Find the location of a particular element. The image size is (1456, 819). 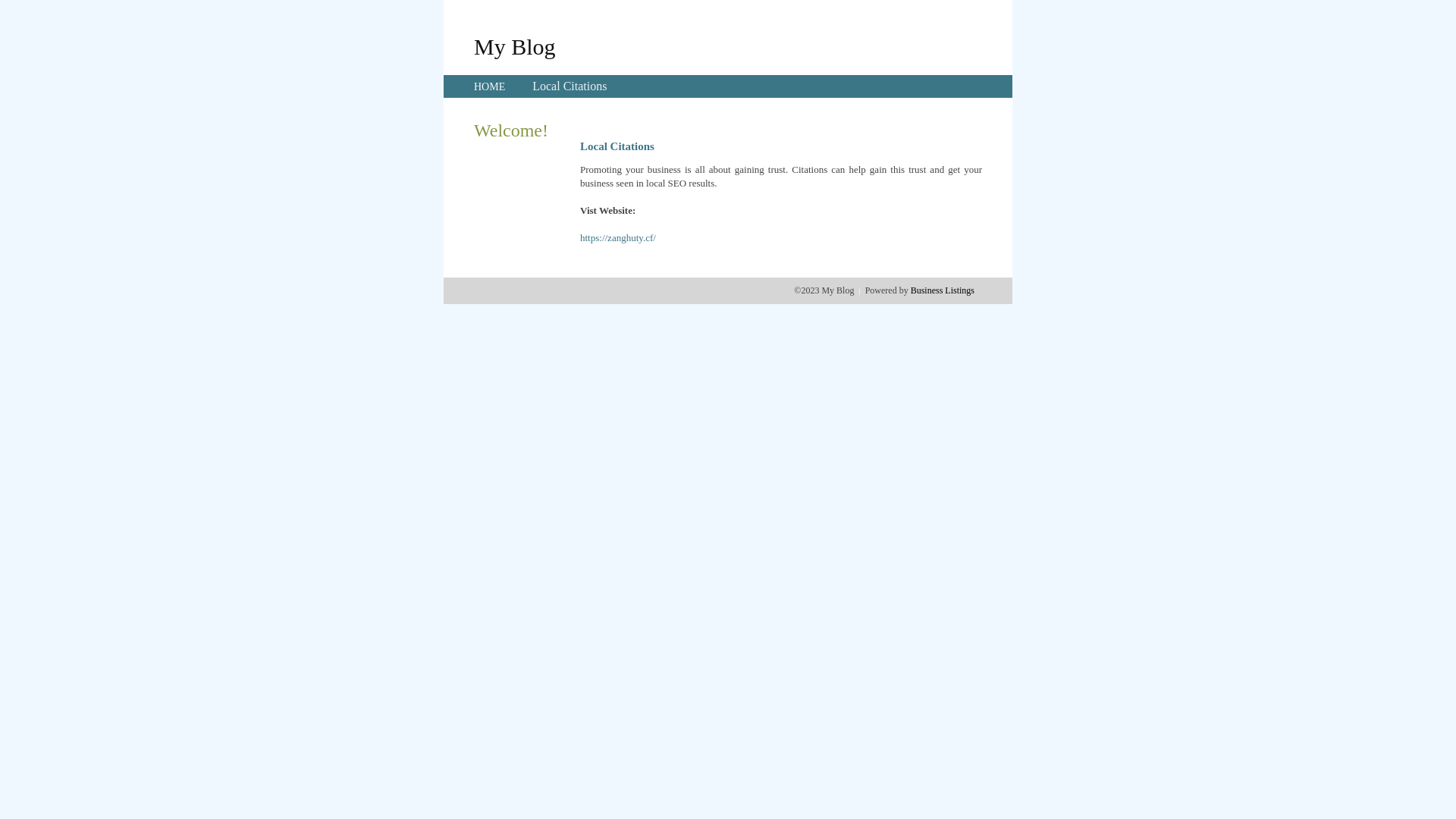

'My Blog' is located at coordinates (514, 45).